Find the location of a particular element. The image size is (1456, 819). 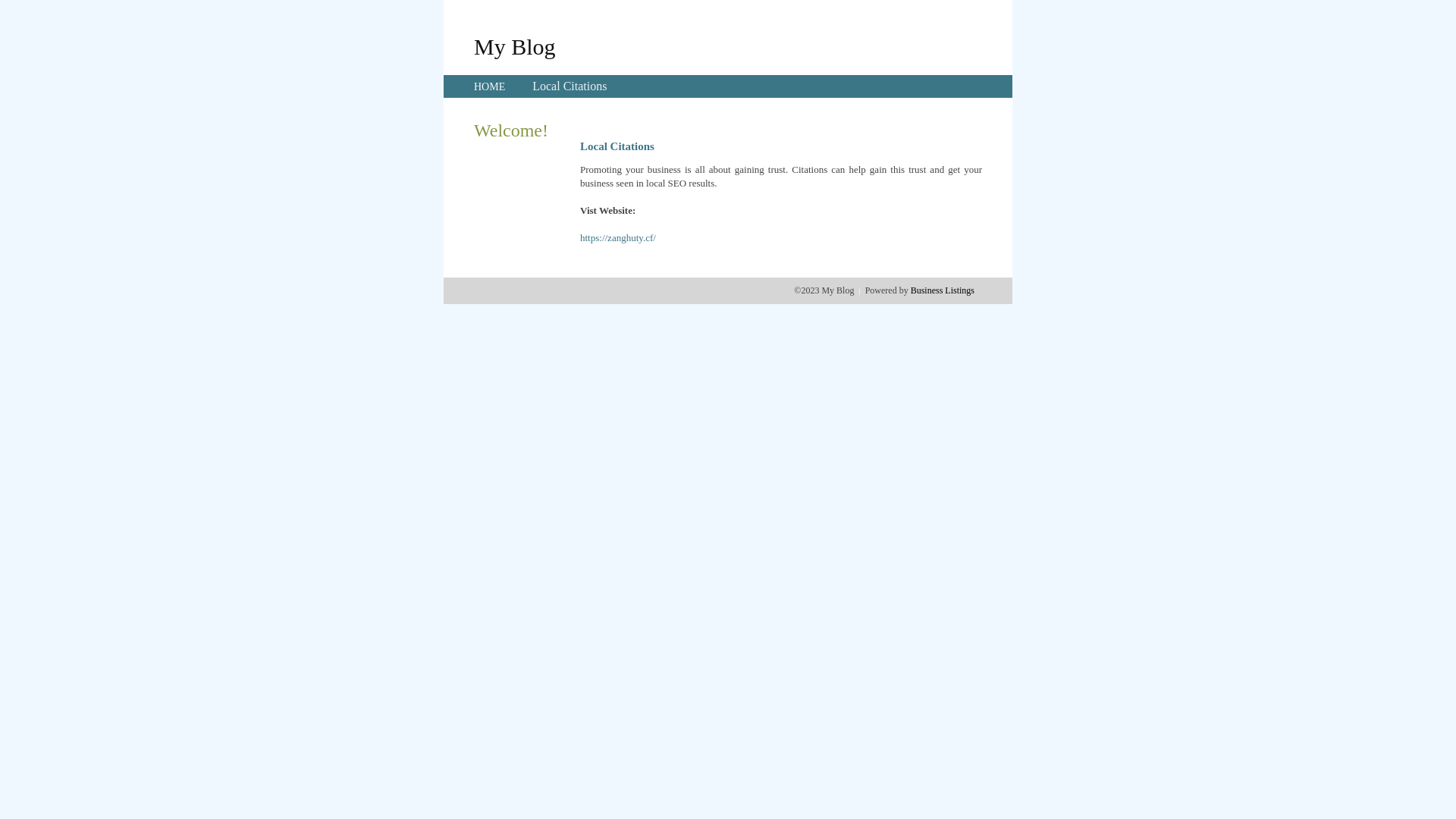

'My Blog' is located at coordinates (514, 45).